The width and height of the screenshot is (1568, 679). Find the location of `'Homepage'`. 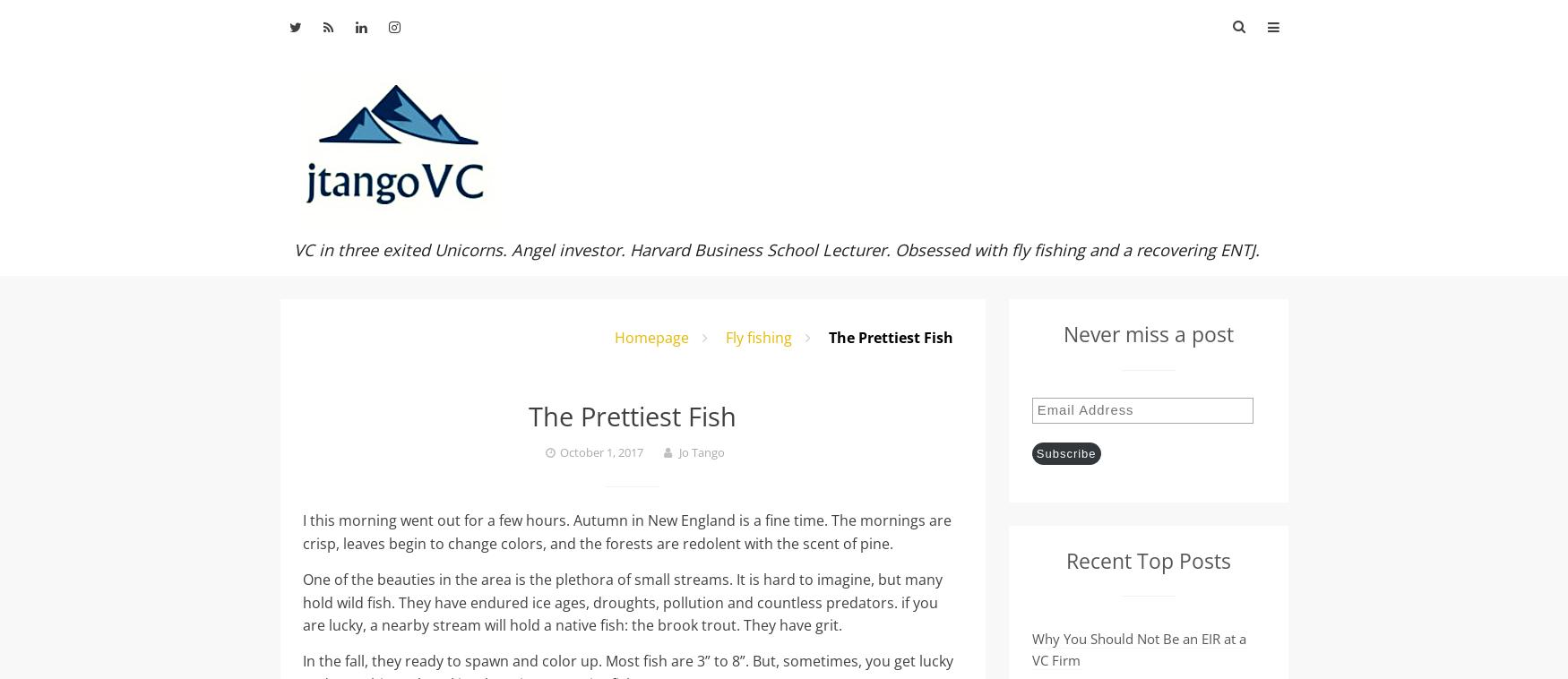

'Homepage' is located at coordinates (614, 338).